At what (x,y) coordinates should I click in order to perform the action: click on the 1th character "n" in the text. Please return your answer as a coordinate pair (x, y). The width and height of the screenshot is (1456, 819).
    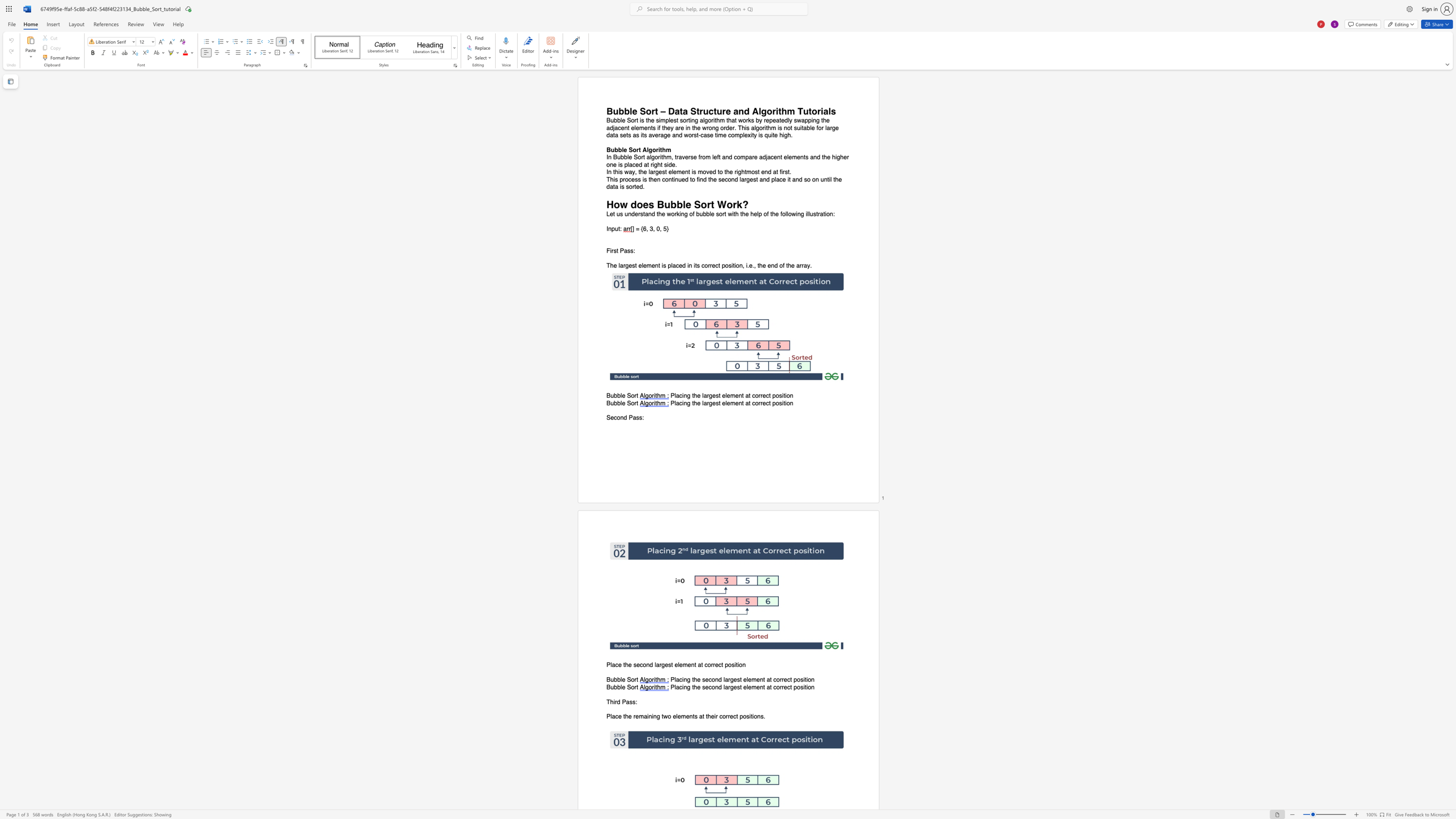
    Looking at the image, I should click on (649, 717).